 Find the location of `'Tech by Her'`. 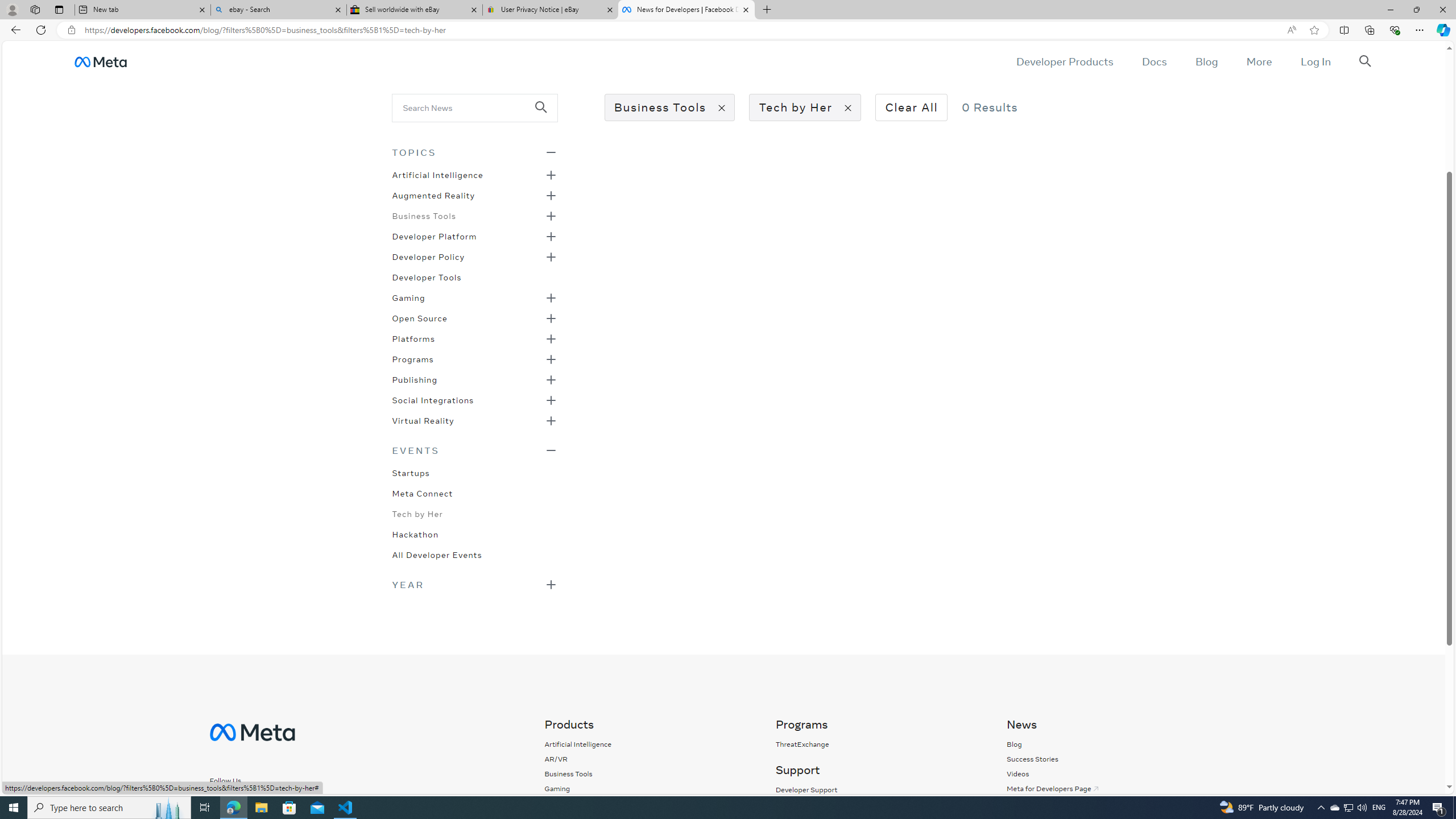

'Tech by Her' is located at coordinates (417, 512).